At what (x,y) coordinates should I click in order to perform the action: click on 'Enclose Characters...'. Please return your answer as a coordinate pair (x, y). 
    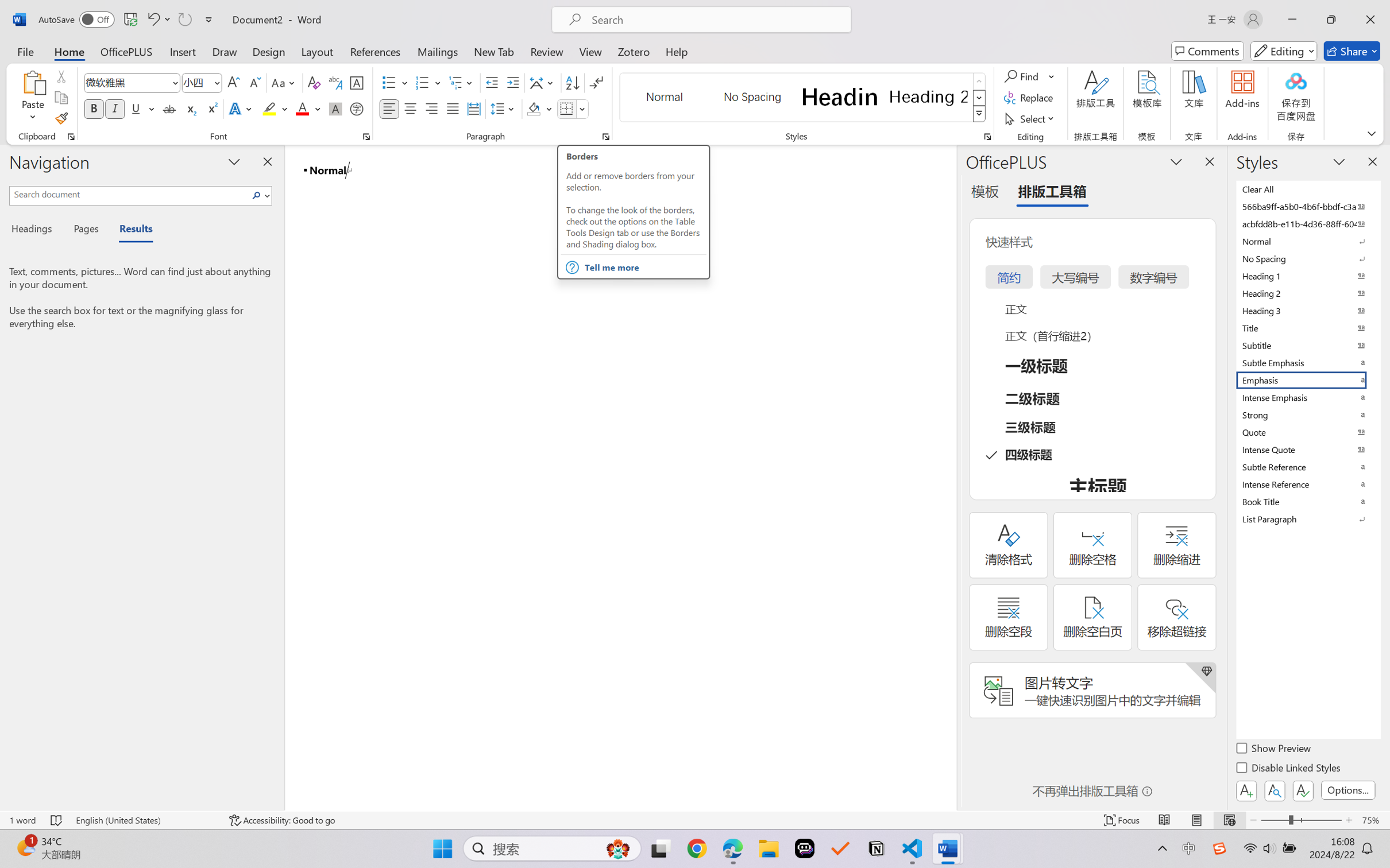
    Looking at the image, I should click on (357, 108).